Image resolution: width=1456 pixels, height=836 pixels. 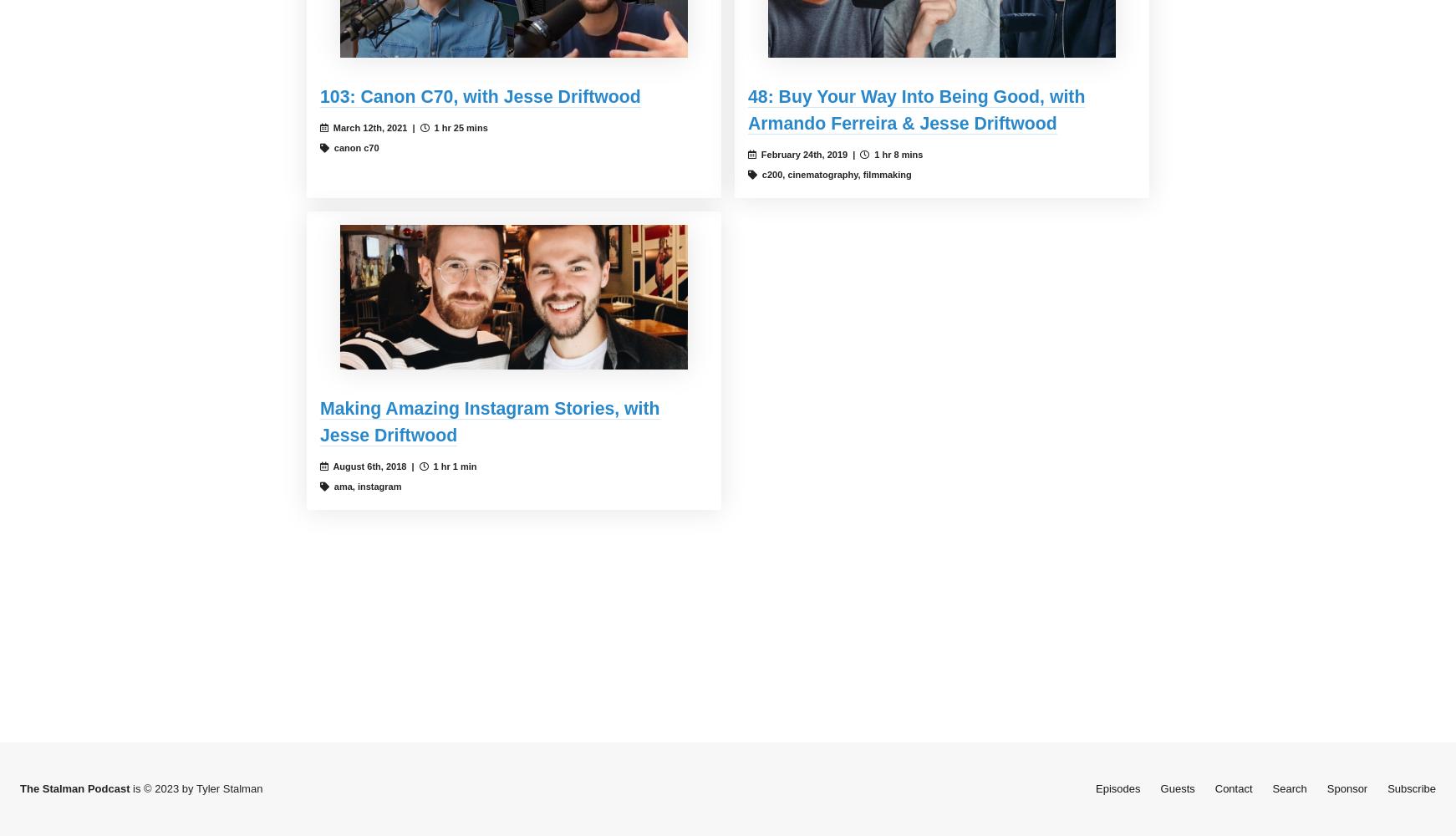 What do you see at coordinates (834, 174) in the screenshot?
I see `'c200, cinematography, filmmaking'` at bounding box center [834, 174].